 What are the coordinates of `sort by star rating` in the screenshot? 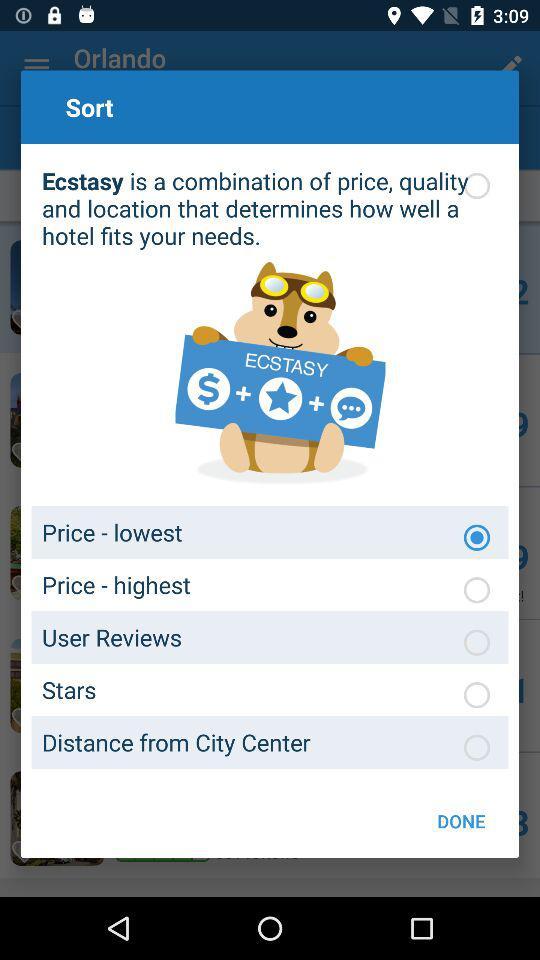 It's located at (475, 695).